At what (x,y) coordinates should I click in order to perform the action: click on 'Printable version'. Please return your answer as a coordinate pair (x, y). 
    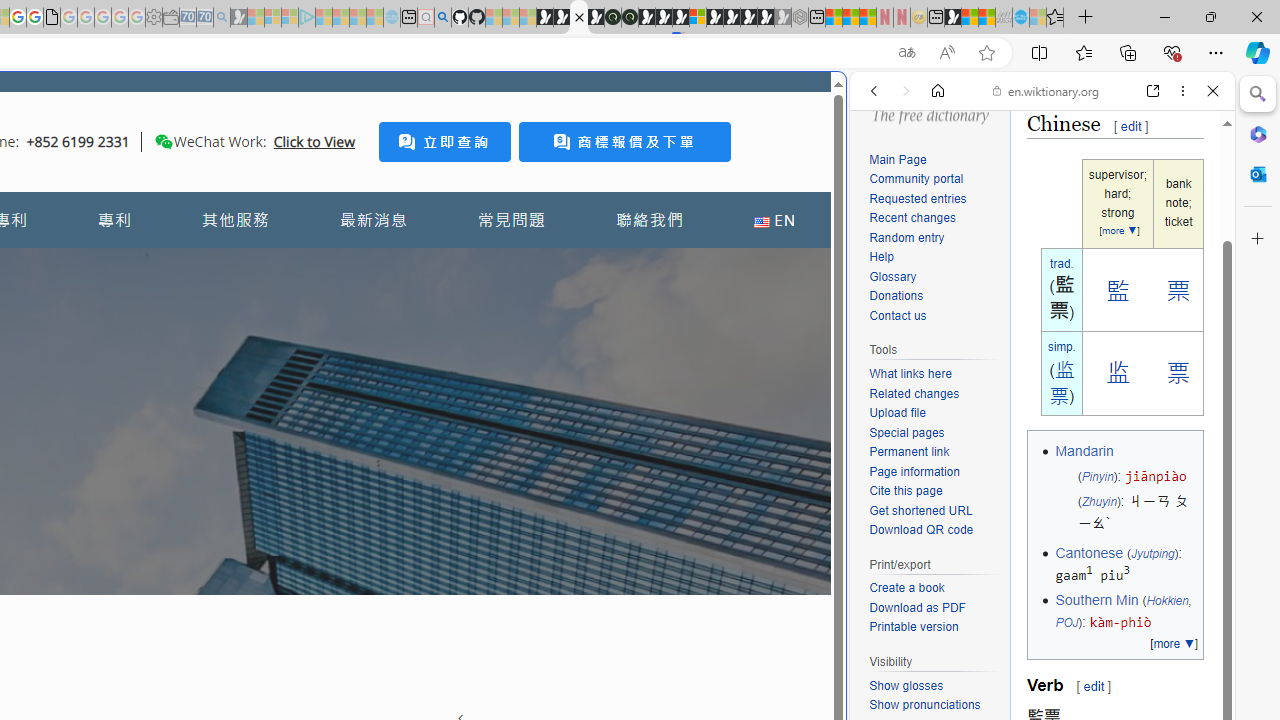
    Looking at the image, I should click on (934, 626).